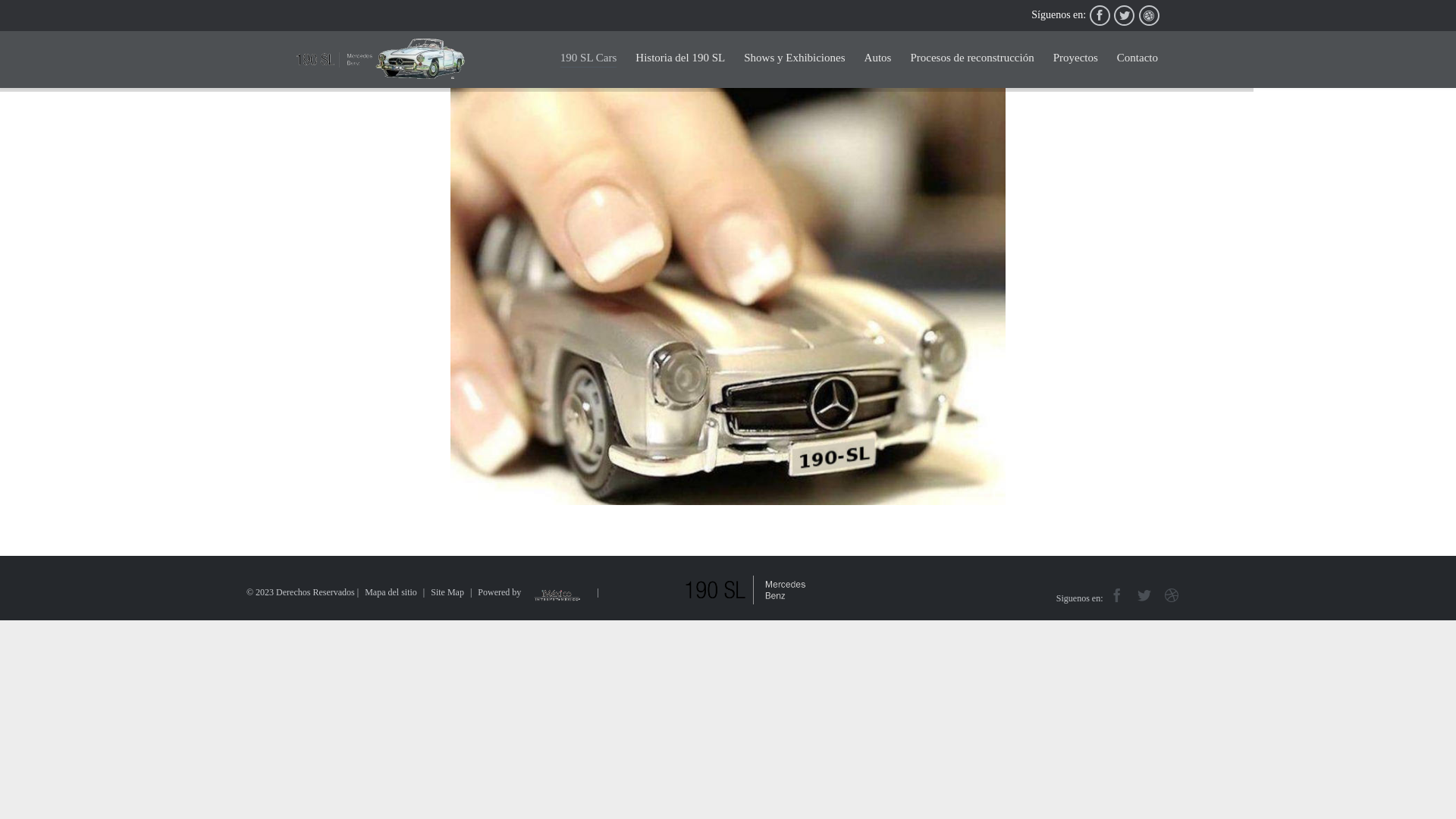 The height and width of the screenshot is (819, 1456). What do you see at coordinates (447, 591) in the screenshot?
I see `'Site Map'` at bounding box center [447, 591].